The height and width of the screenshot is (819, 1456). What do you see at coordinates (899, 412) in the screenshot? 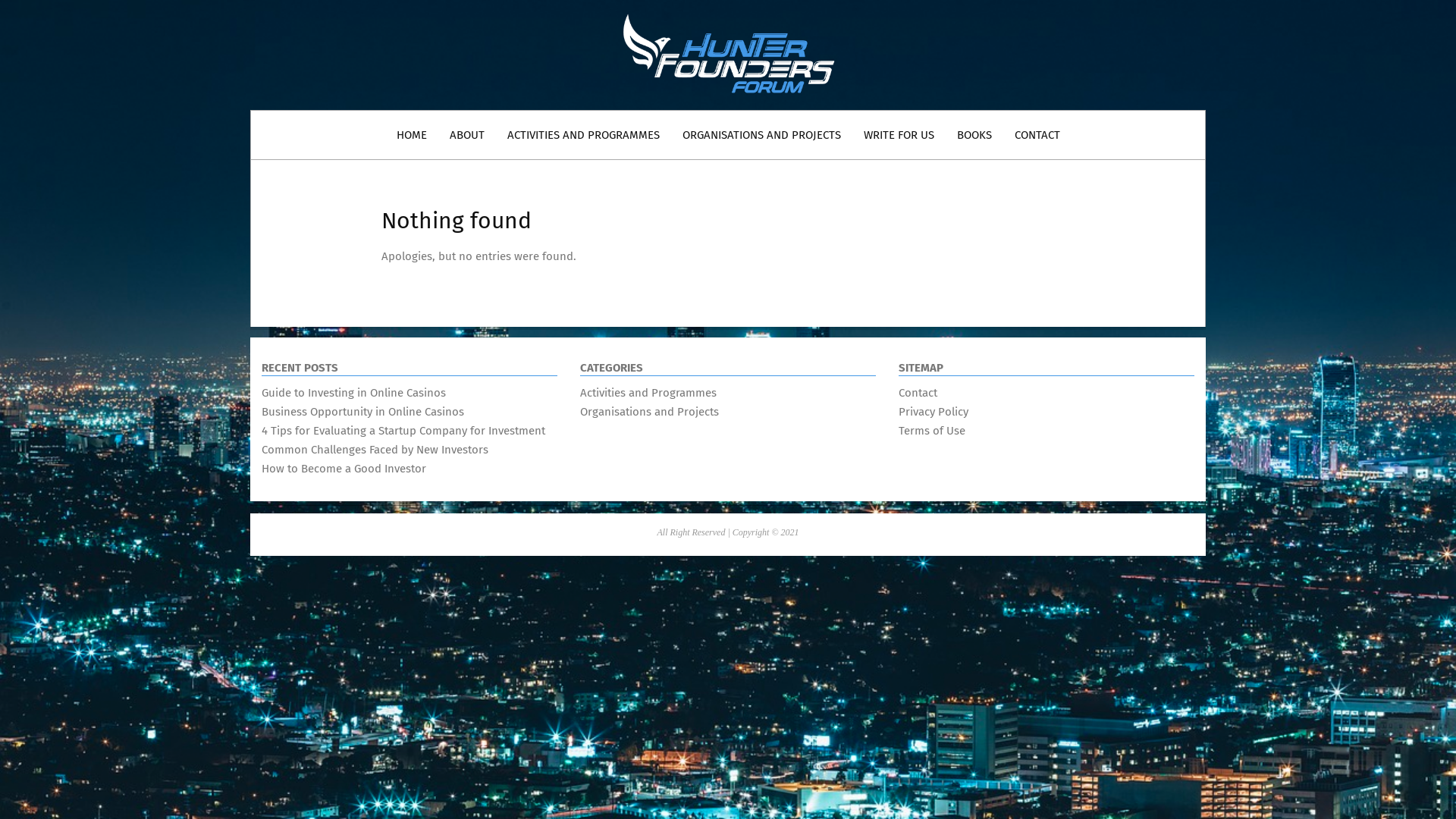
I see `'Privacy Policy'` at bounding box center [899, 412].